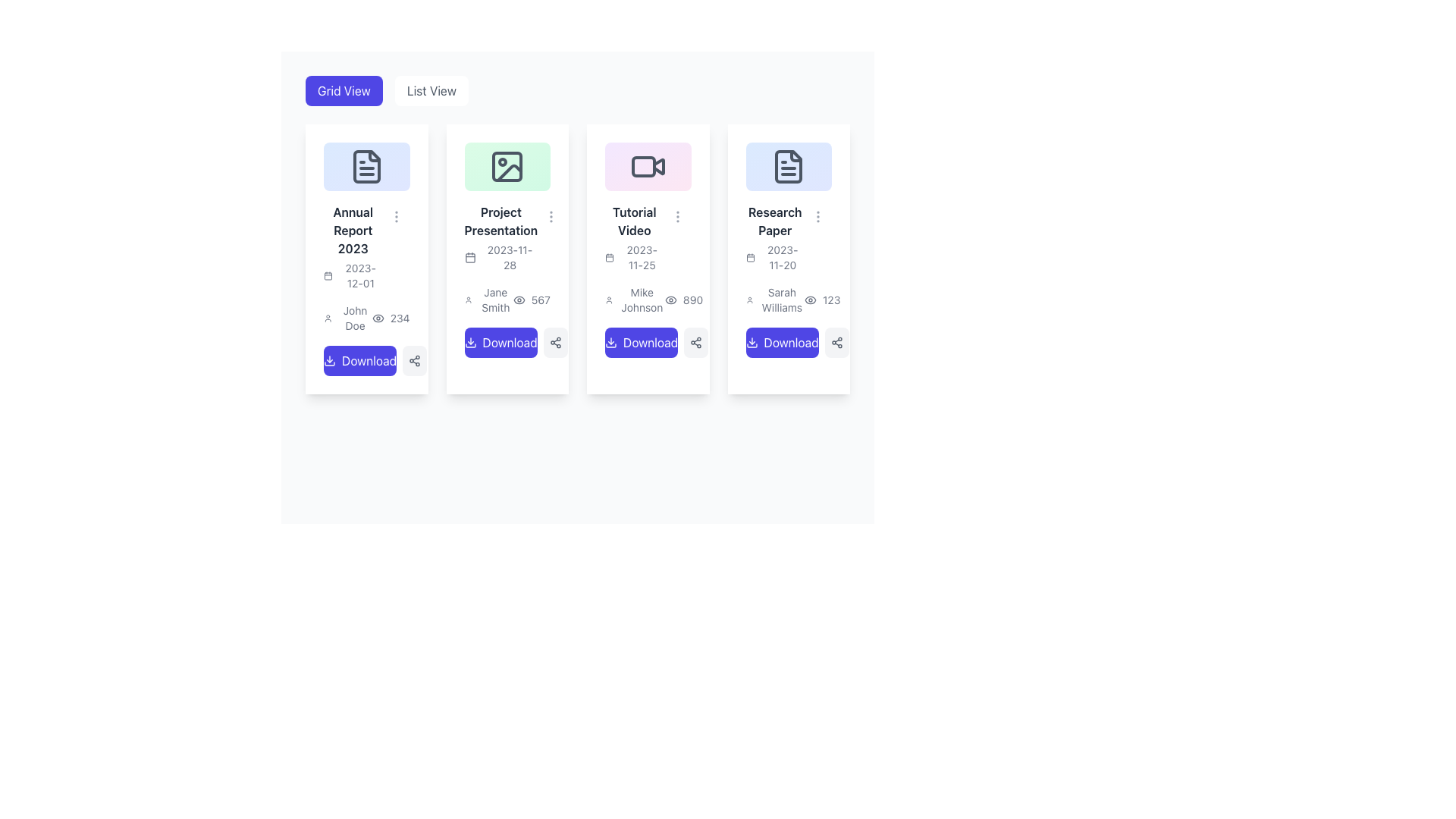 This screenshot has height=819, width=1456. What do you see at coordinates (634, 221) in the screenshot?
I see `the 'Tutorial Video' text label that is bold and dark on a light background, located in the upper third of the third card in a grid of four cards` at bounding box center [634, 221].